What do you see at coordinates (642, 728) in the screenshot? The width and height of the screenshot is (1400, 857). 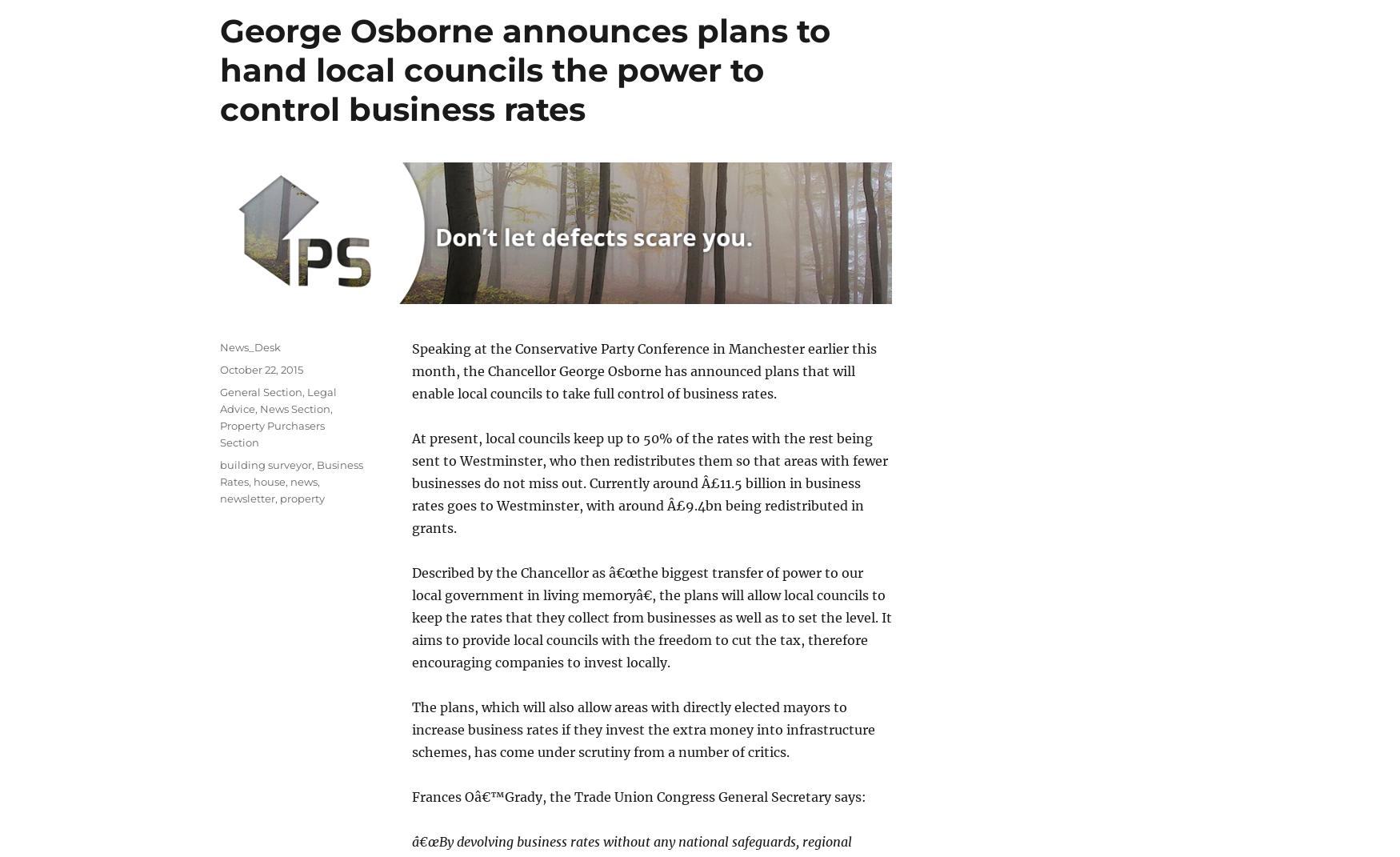 I see `'The plans, which will also allow areas with directly elected mayors to increase business rates if they invest the extra money into infrastructure schemes, has come under scrutiny from a number of critics.'` at bounding box center [642, 728].